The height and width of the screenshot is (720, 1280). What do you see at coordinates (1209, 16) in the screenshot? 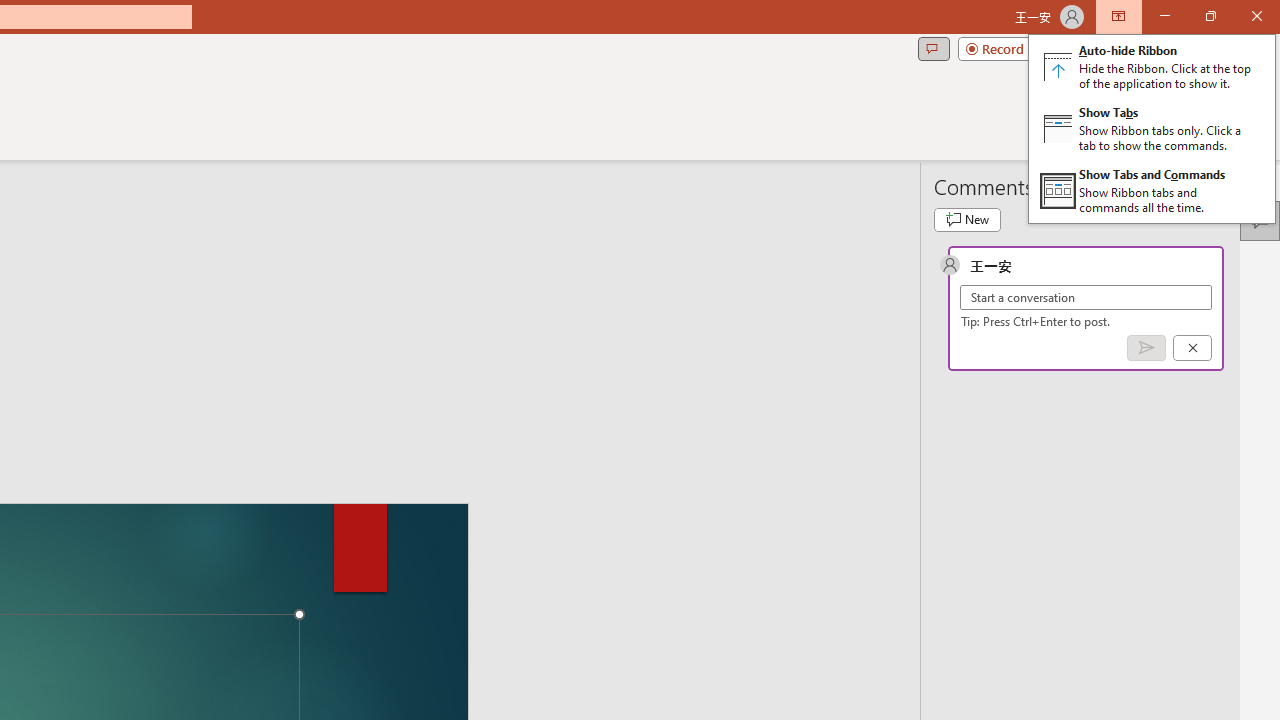
I see `'Restore Down'` at bounding box center [1209, 16].